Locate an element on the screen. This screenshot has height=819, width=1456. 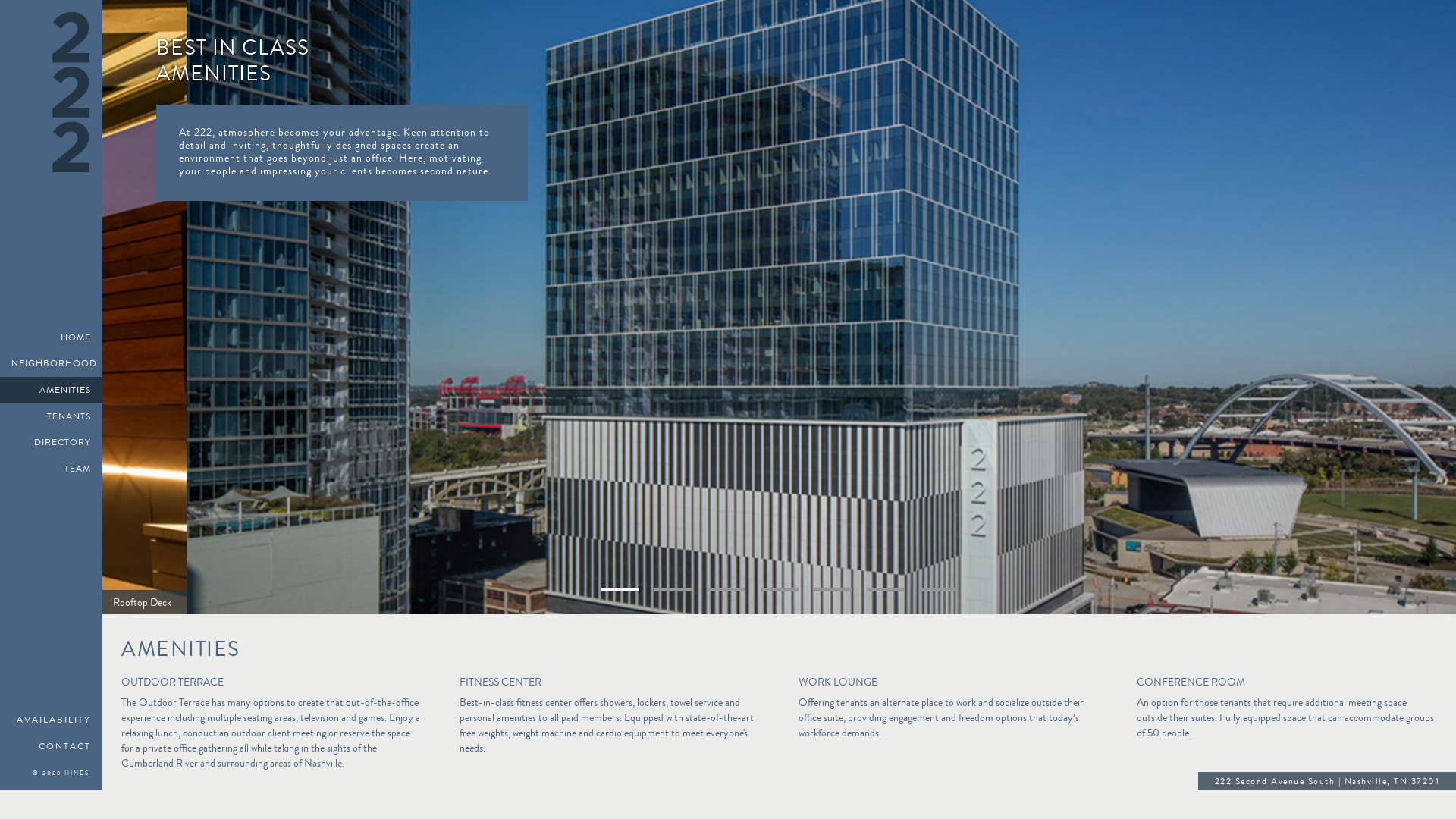
'TENANTS' is located at coordinates (0, 416).